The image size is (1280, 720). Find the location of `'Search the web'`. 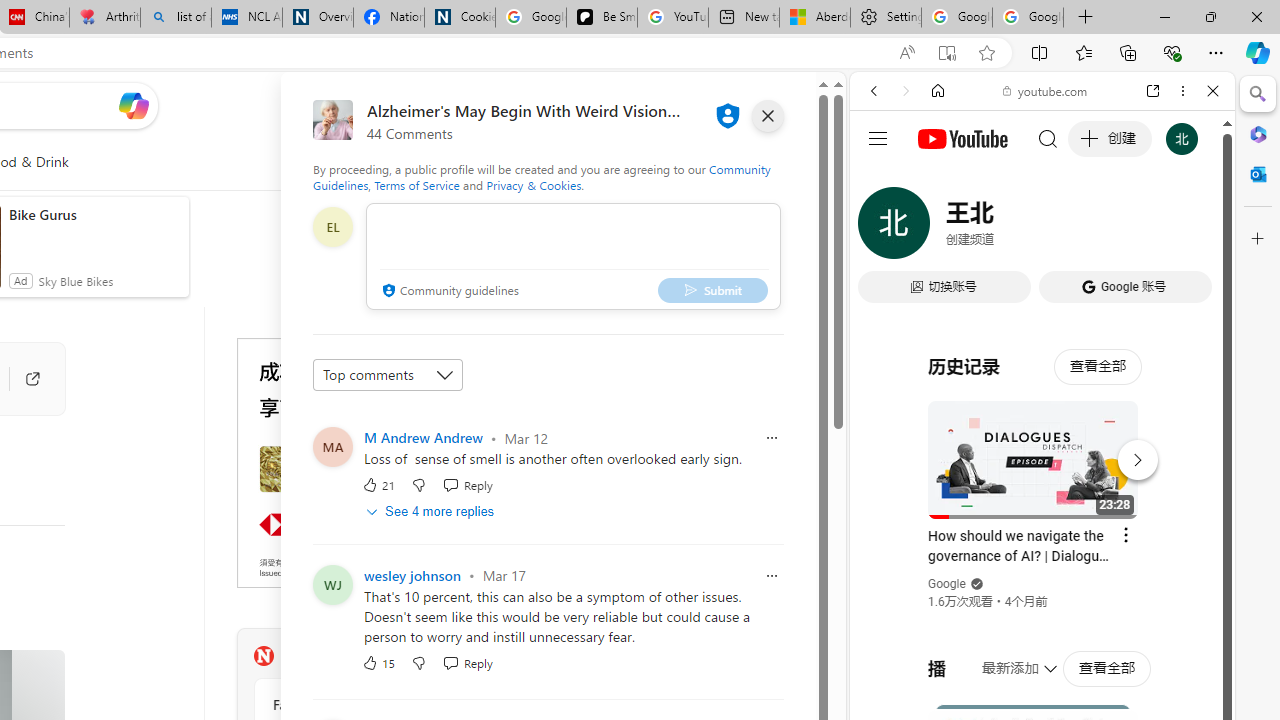

'Search the web' is located at coordinates (1051, 137).